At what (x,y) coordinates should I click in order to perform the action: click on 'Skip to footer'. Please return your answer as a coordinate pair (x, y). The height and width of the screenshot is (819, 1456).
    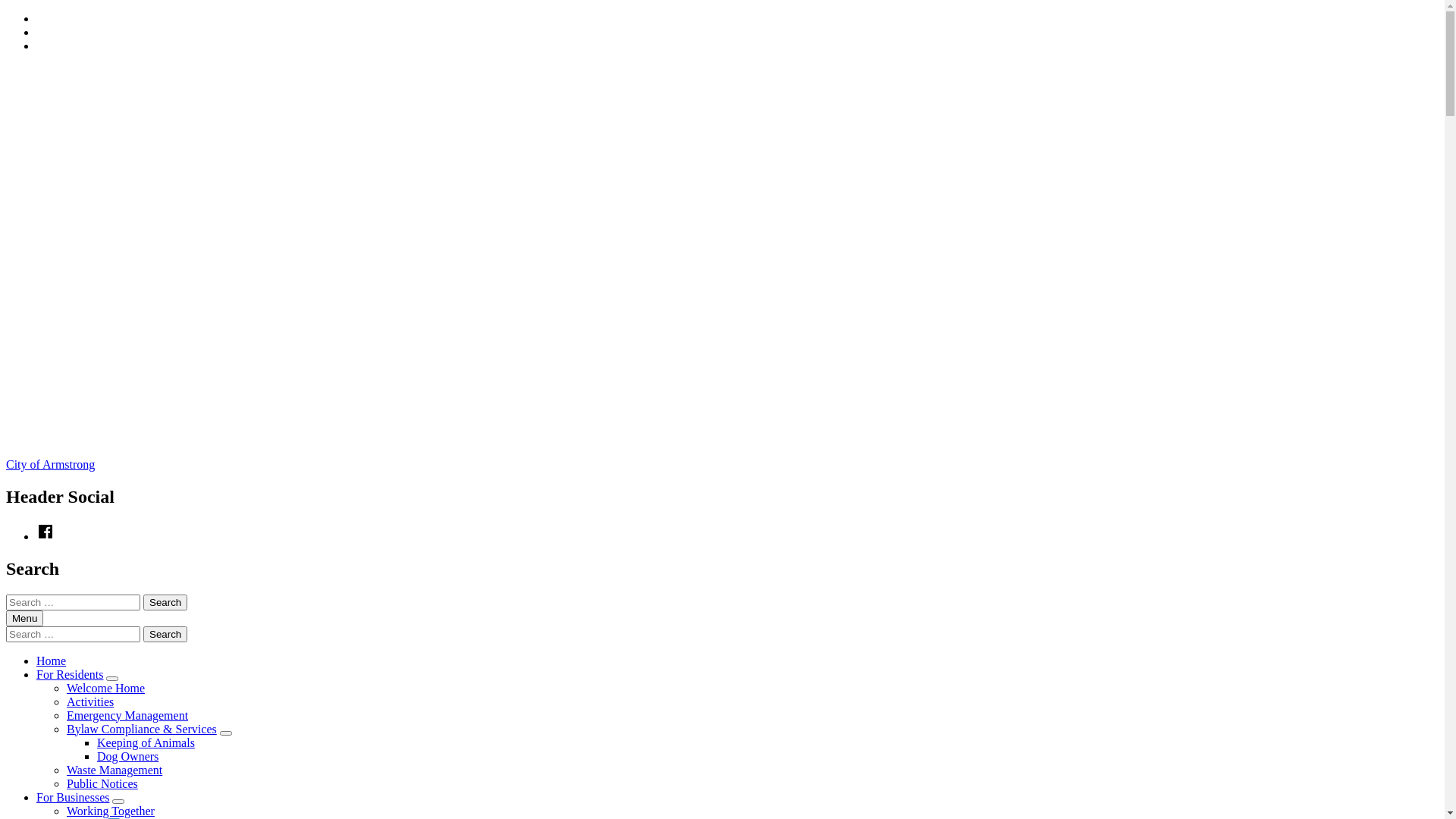
    Looking at the image, I should click on (36, 38).